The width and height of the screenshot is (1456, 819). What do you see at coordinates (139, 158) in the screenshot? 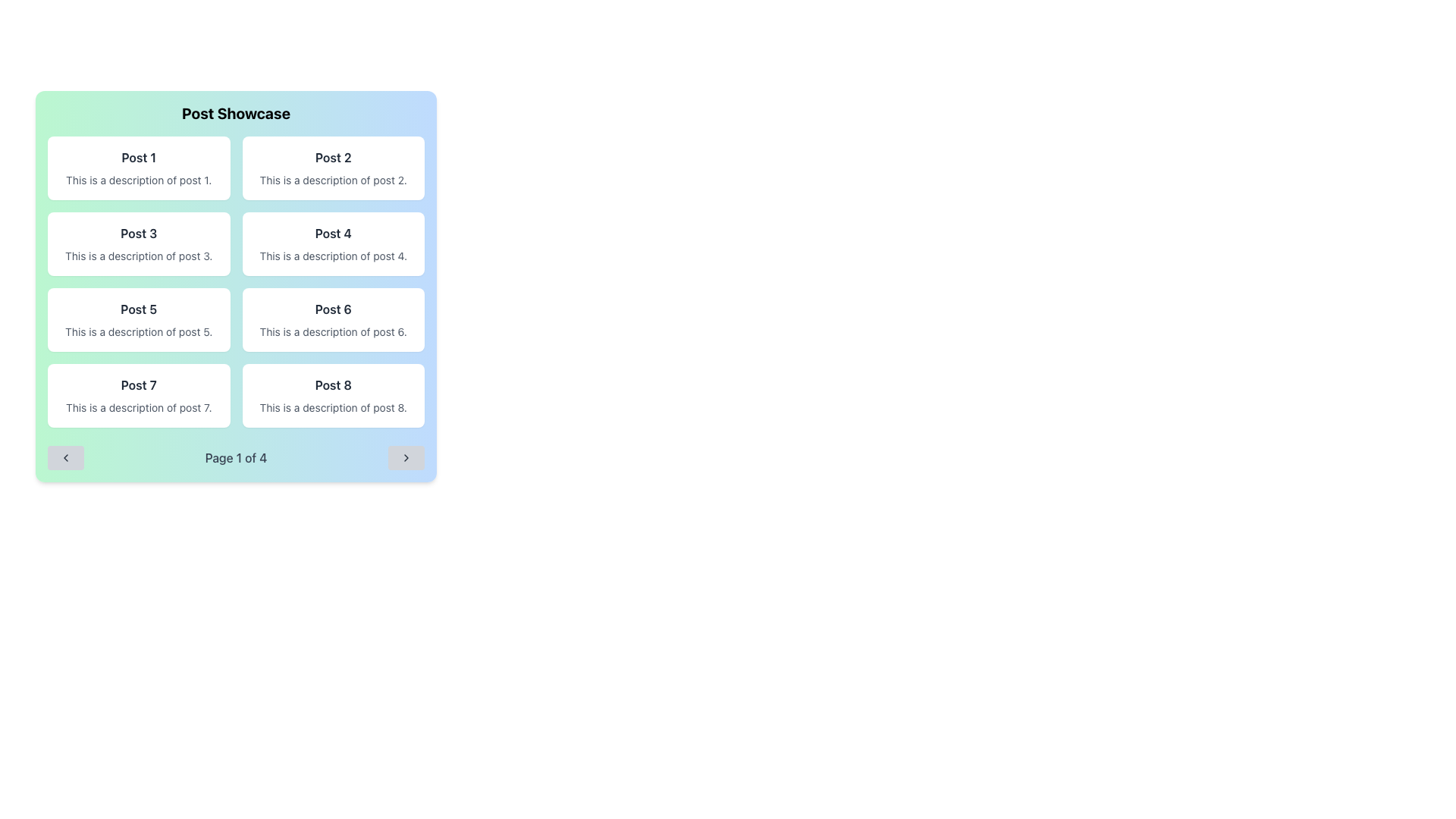
I see `and interpret the text of the top text label in the 'Post Showcase' card located at the top-left corner of the grid layout` at bounding box center [139, 158].